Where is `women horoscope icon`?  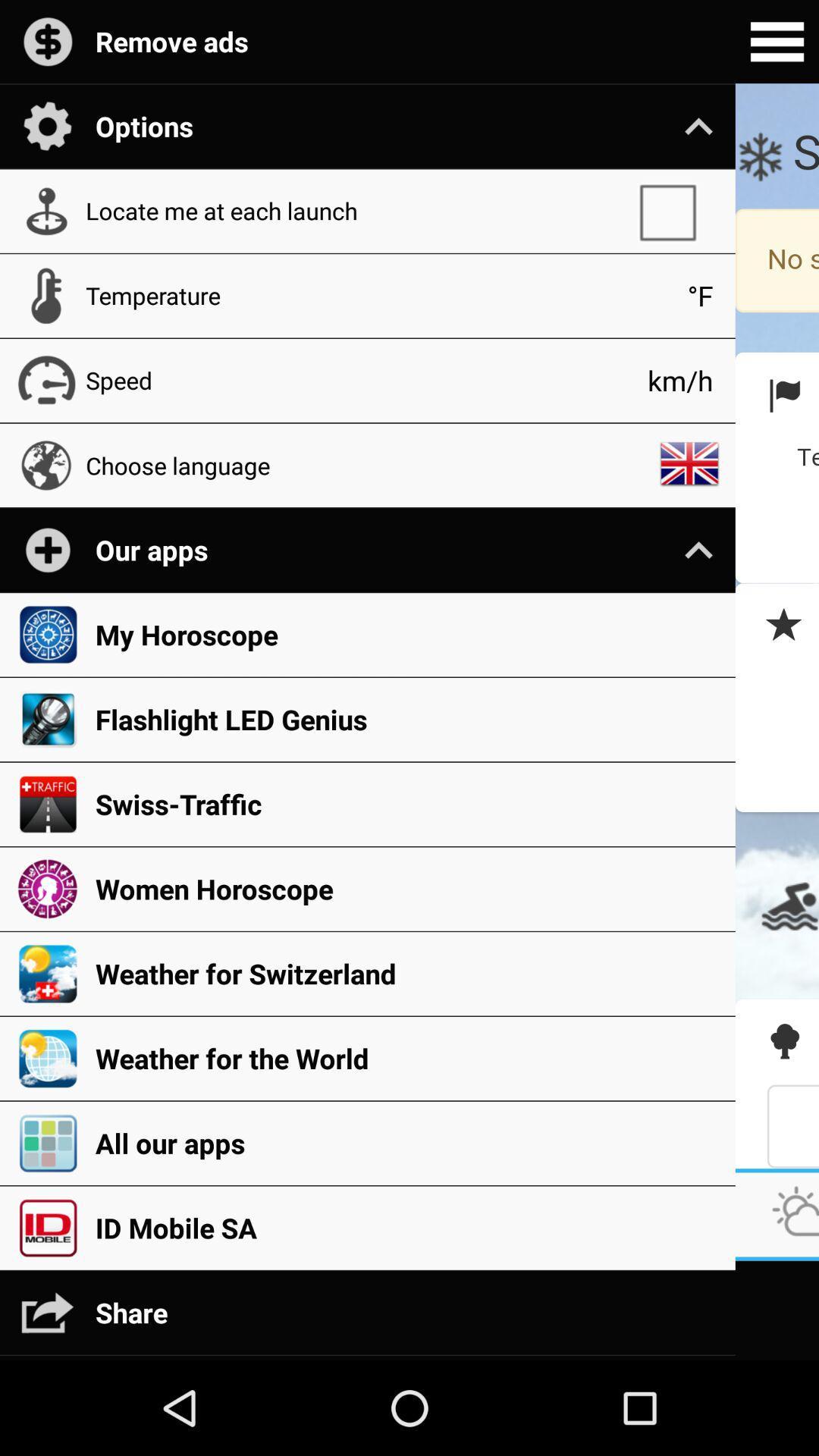 women horoscope icon is located at coordinates (406, 889).